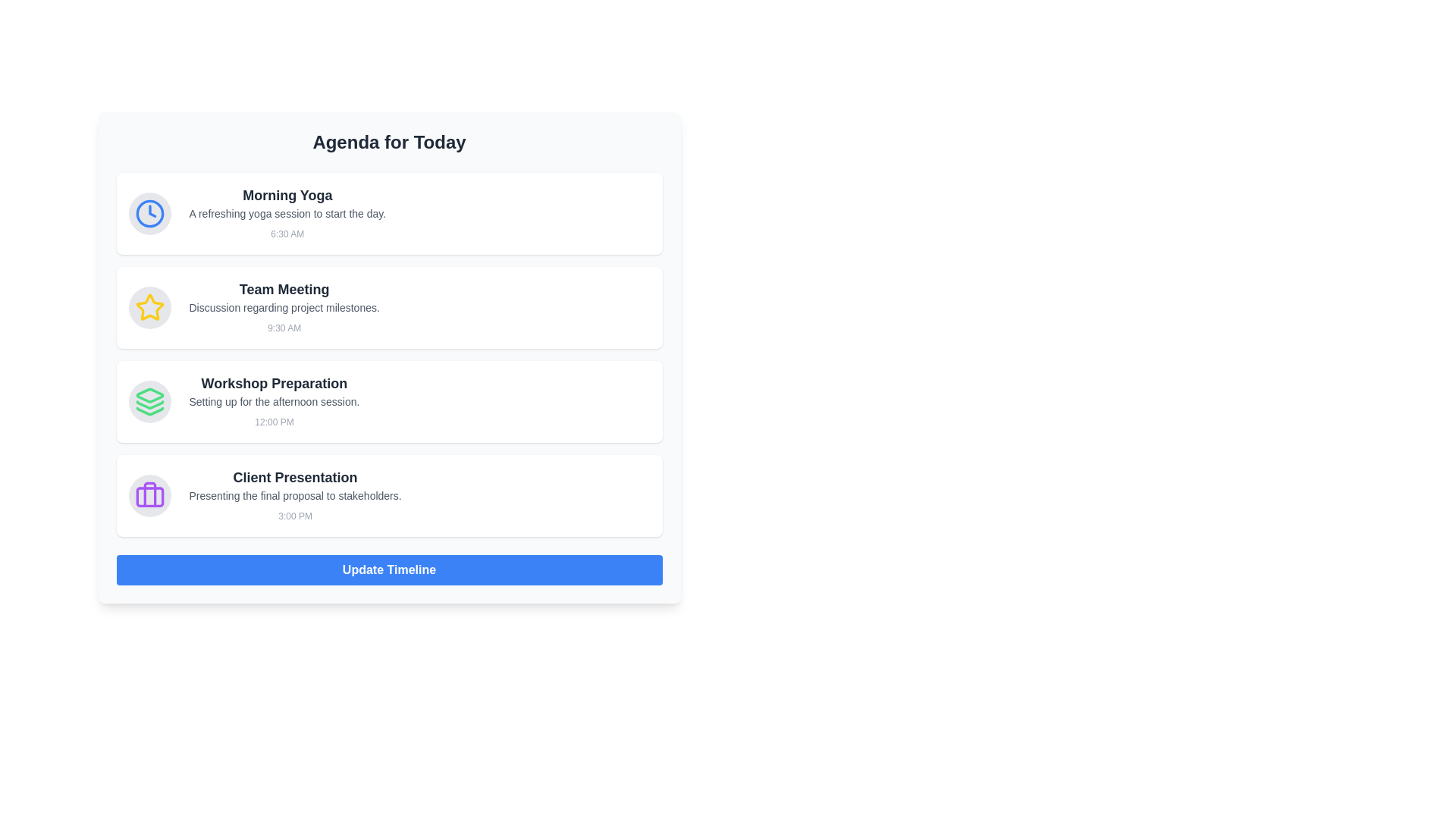 The height and width of the screenshot is (819, 1456). Describe the element at coordinates (287, 195) in the screenshot. I see `the 'Morning Yoga' text label which displays in a bolded, large dark gray font at the top of the agenda section` at that location.